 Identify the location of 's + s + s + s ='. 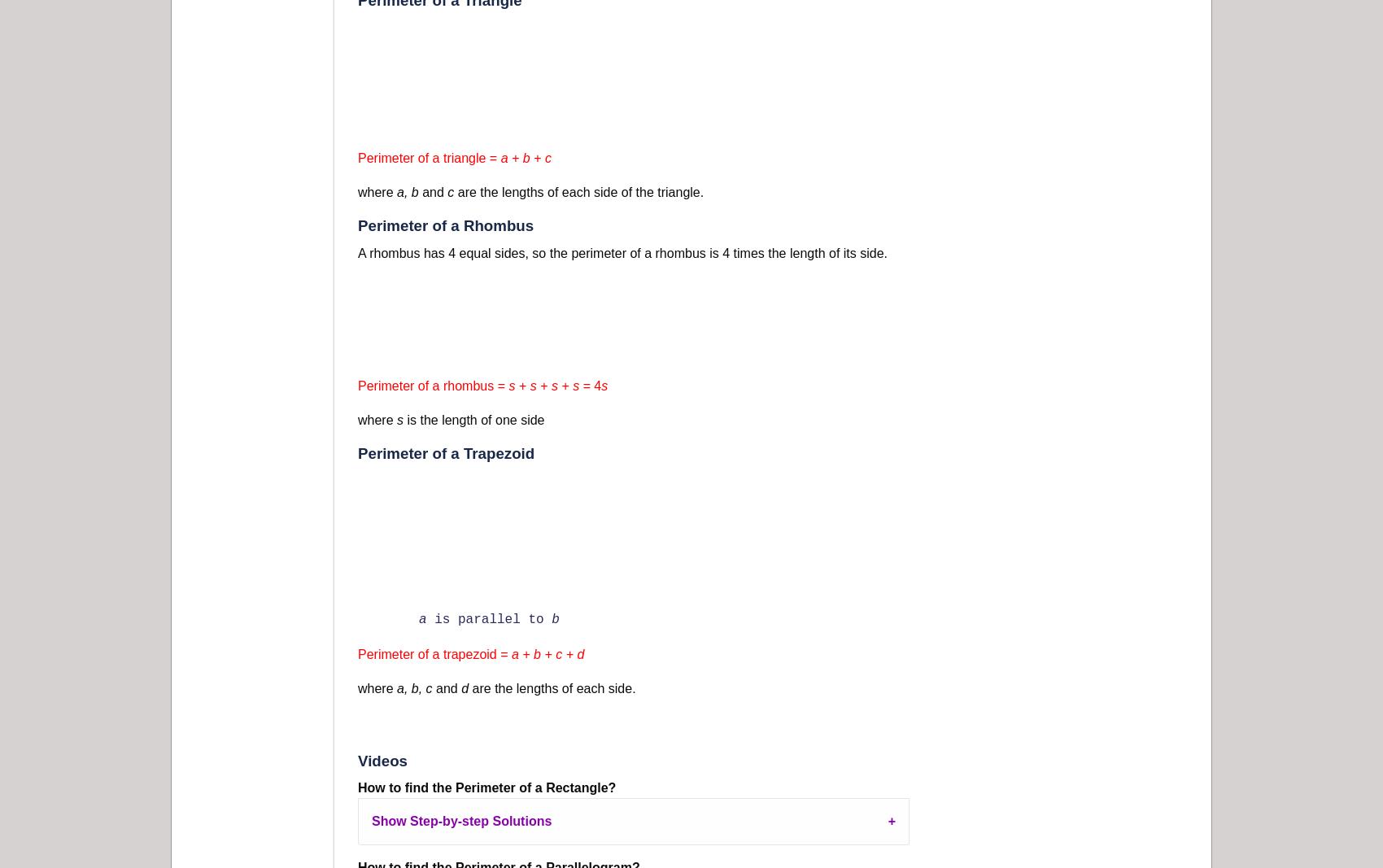
(551, 385).